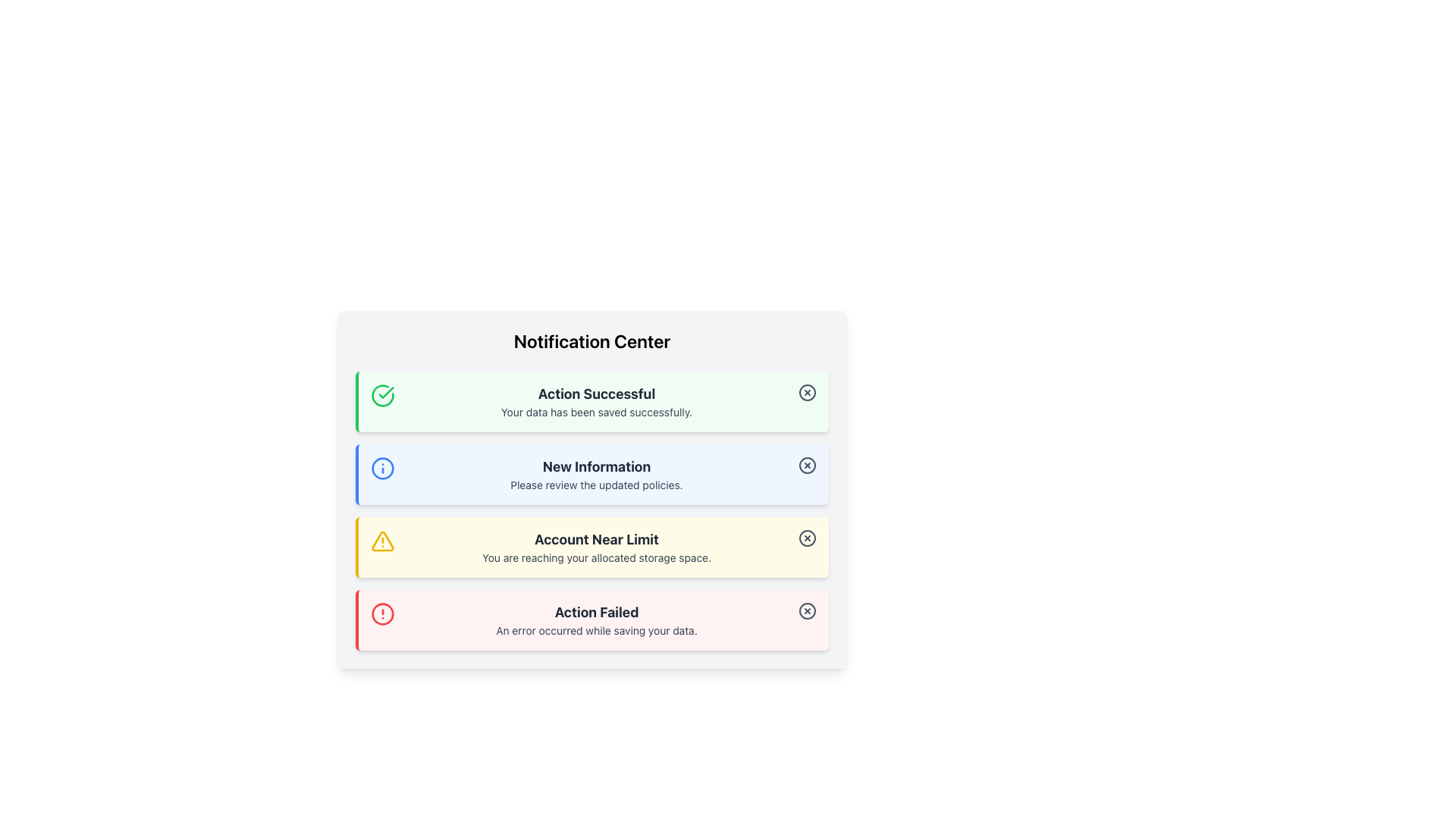 The image size is (1456, 819). Describe the element at coordinates (596, 485) in the screenshot. I see `the static text displaying 'Please review the updated policies.' located within the notification card labeled 'New Information.'` at that location.